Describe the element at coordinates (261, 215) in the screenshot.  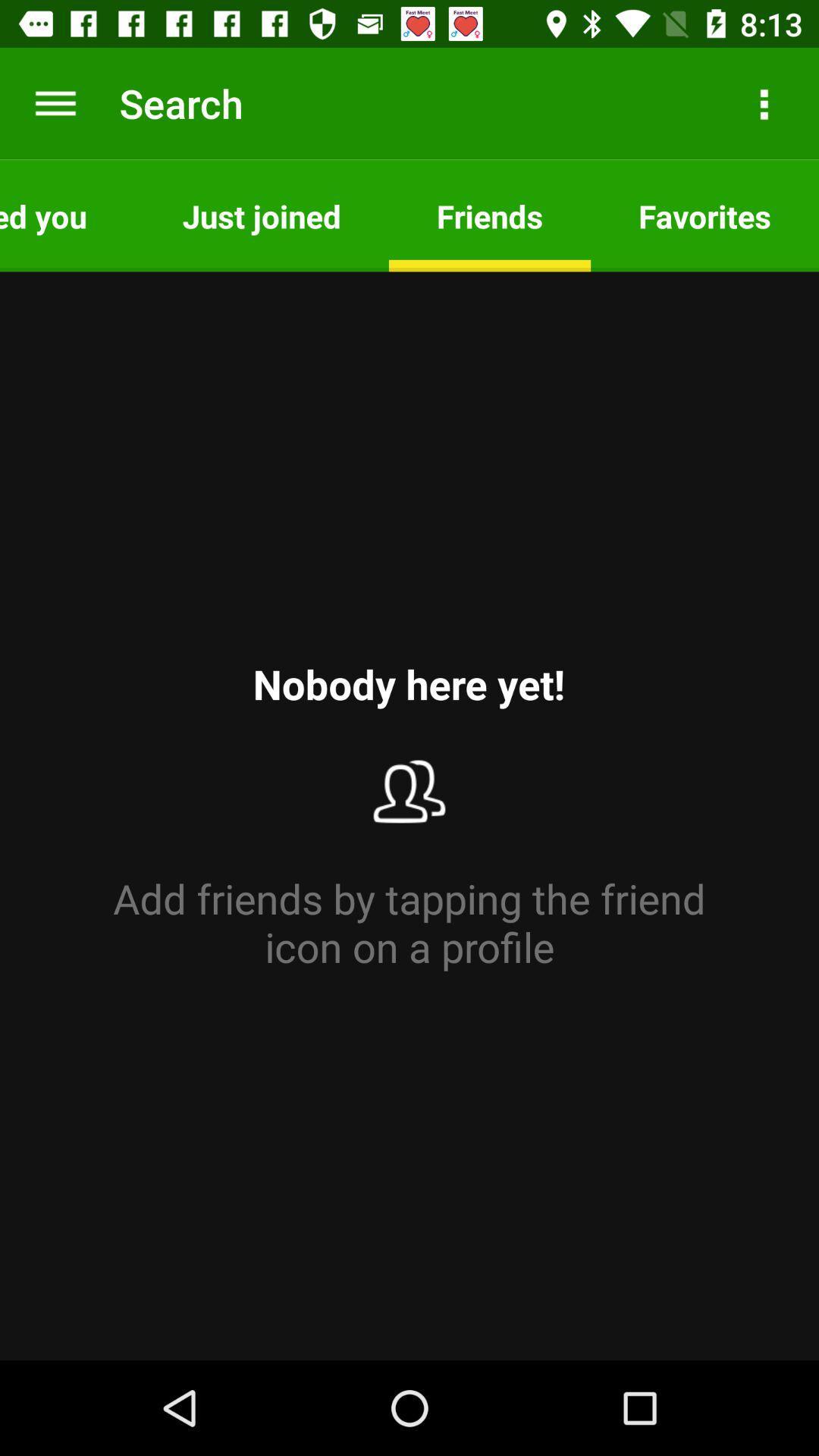
I see `the item to the left of the friends` at that location.